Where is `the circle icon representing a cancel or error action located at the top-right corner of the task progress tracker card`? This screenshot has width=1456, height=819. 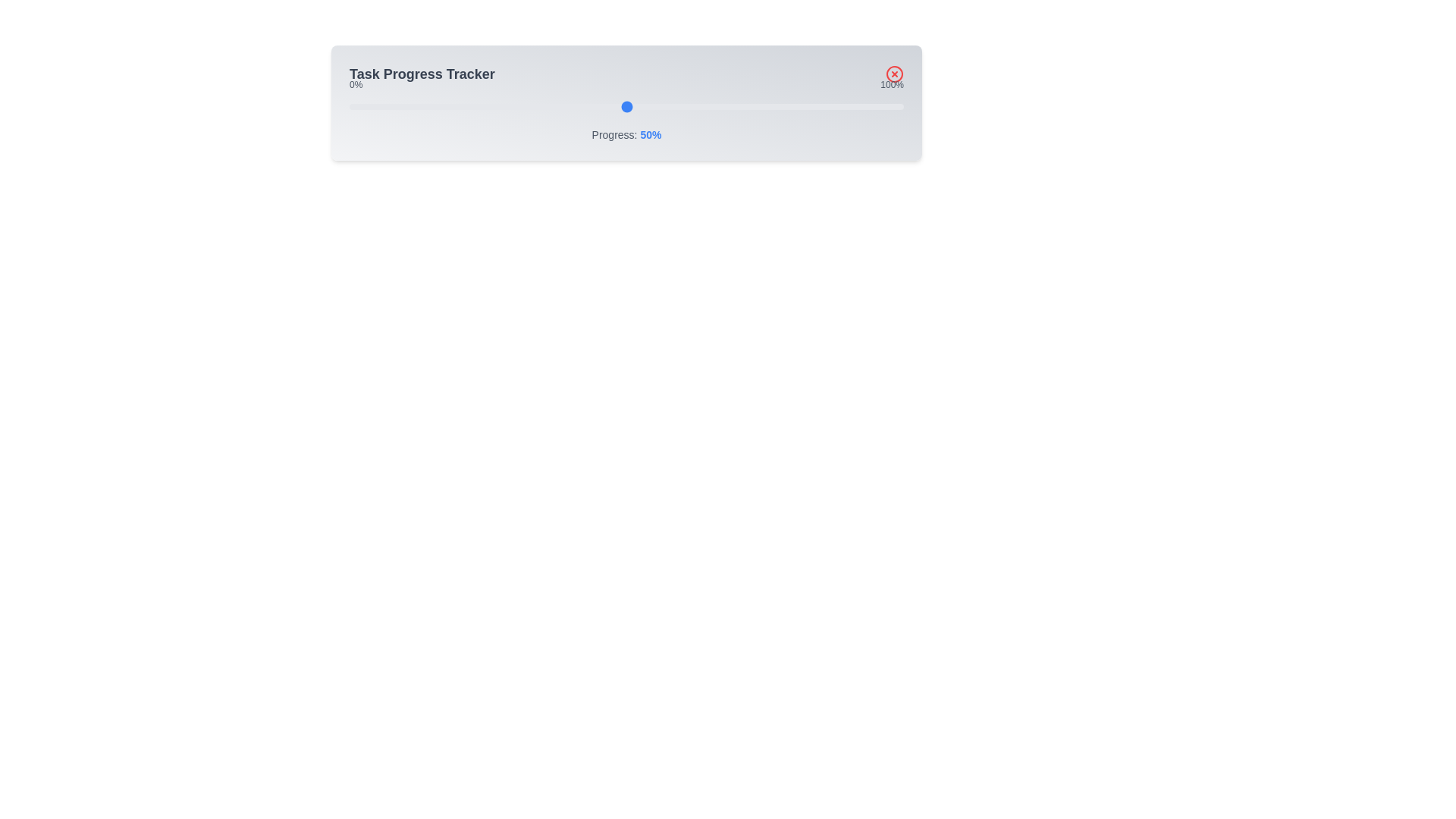 the circle icon representing a cancel or error action located at the top-right corner of the task progress tracker card is located at coordinates (895, 74).